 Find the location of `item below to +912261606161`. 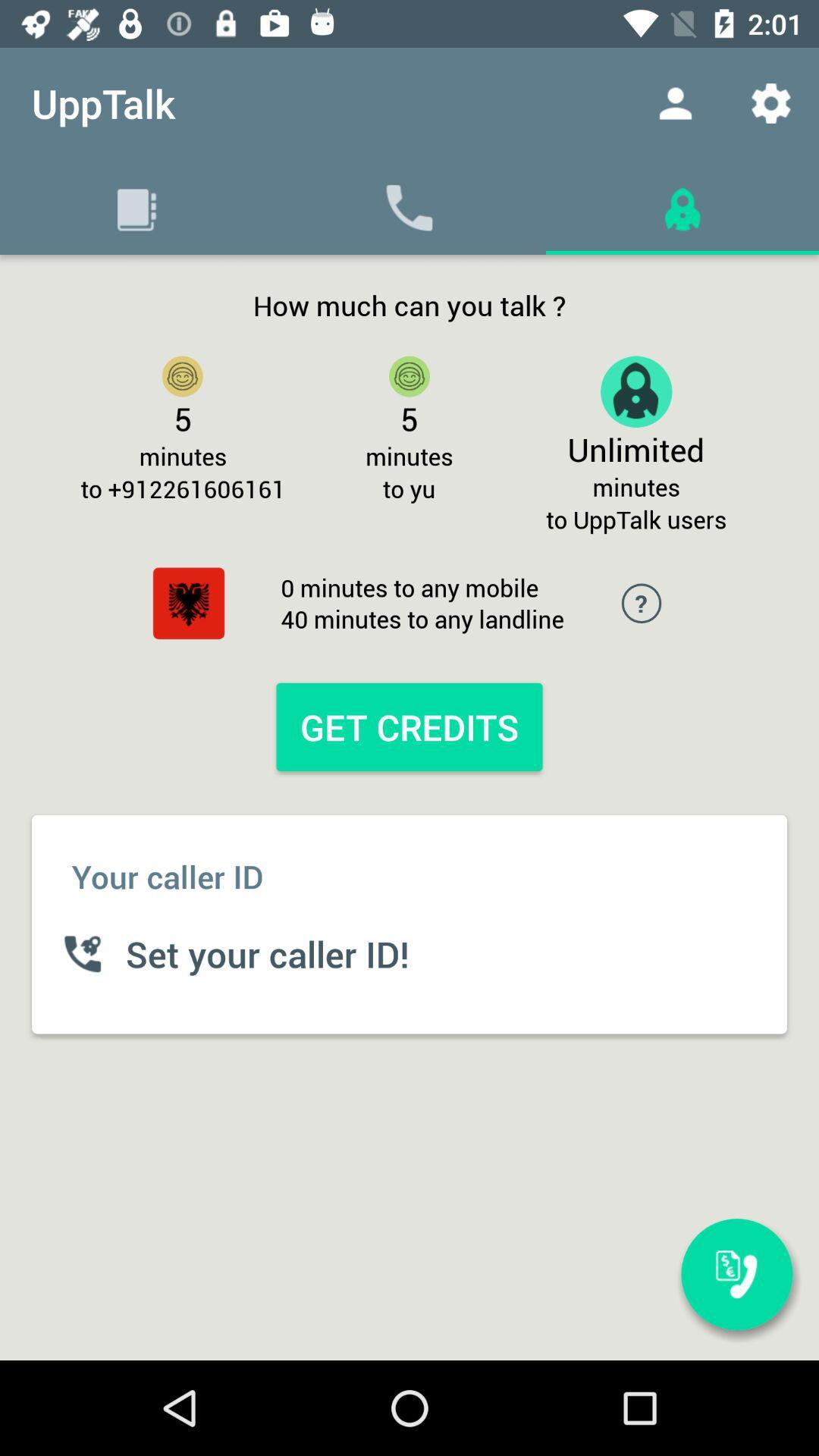

item below to +912261606161 is located at coordinates (188, 602).